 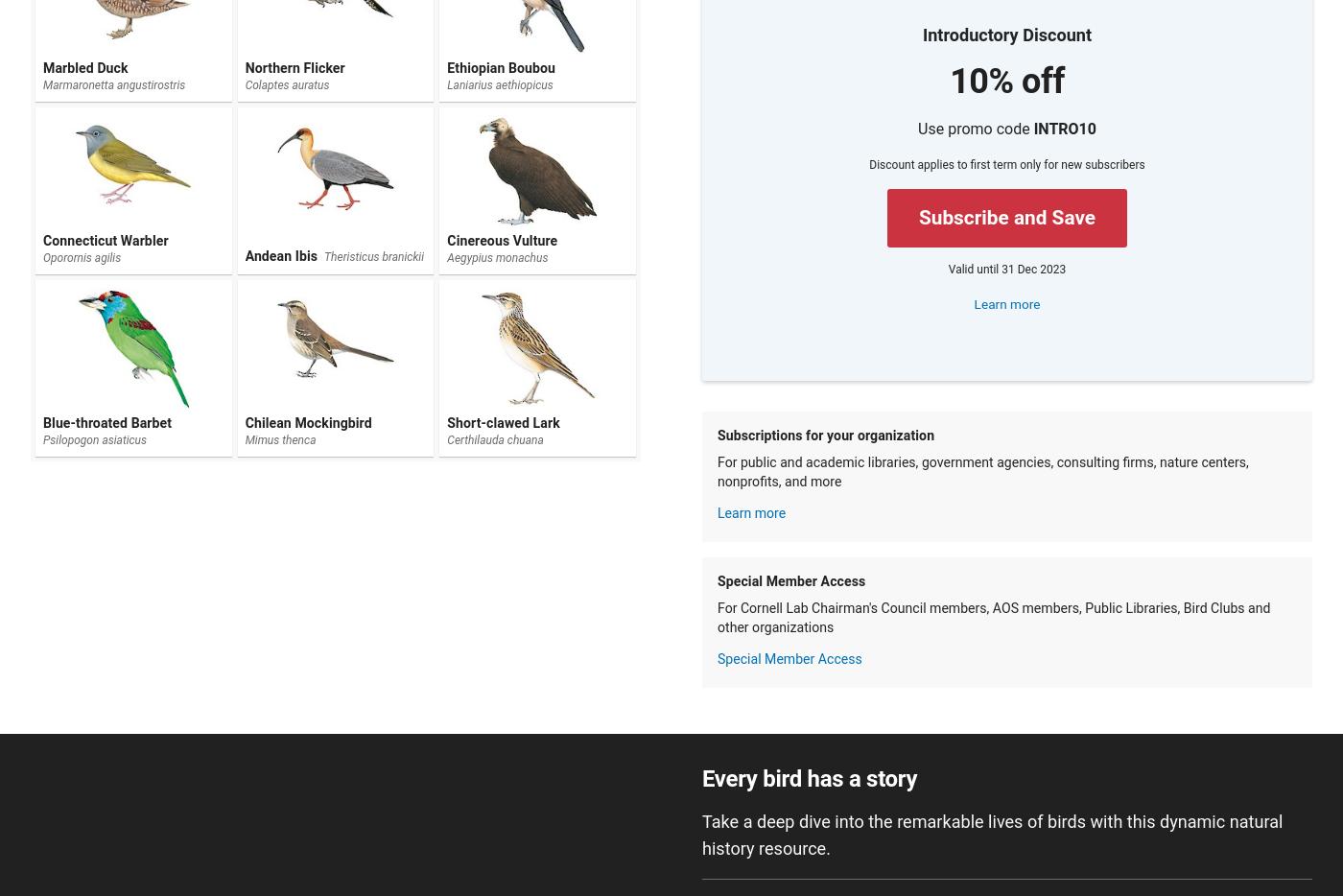 I want to click on 'Cinereous Vulture', so click(x=502, y=240).